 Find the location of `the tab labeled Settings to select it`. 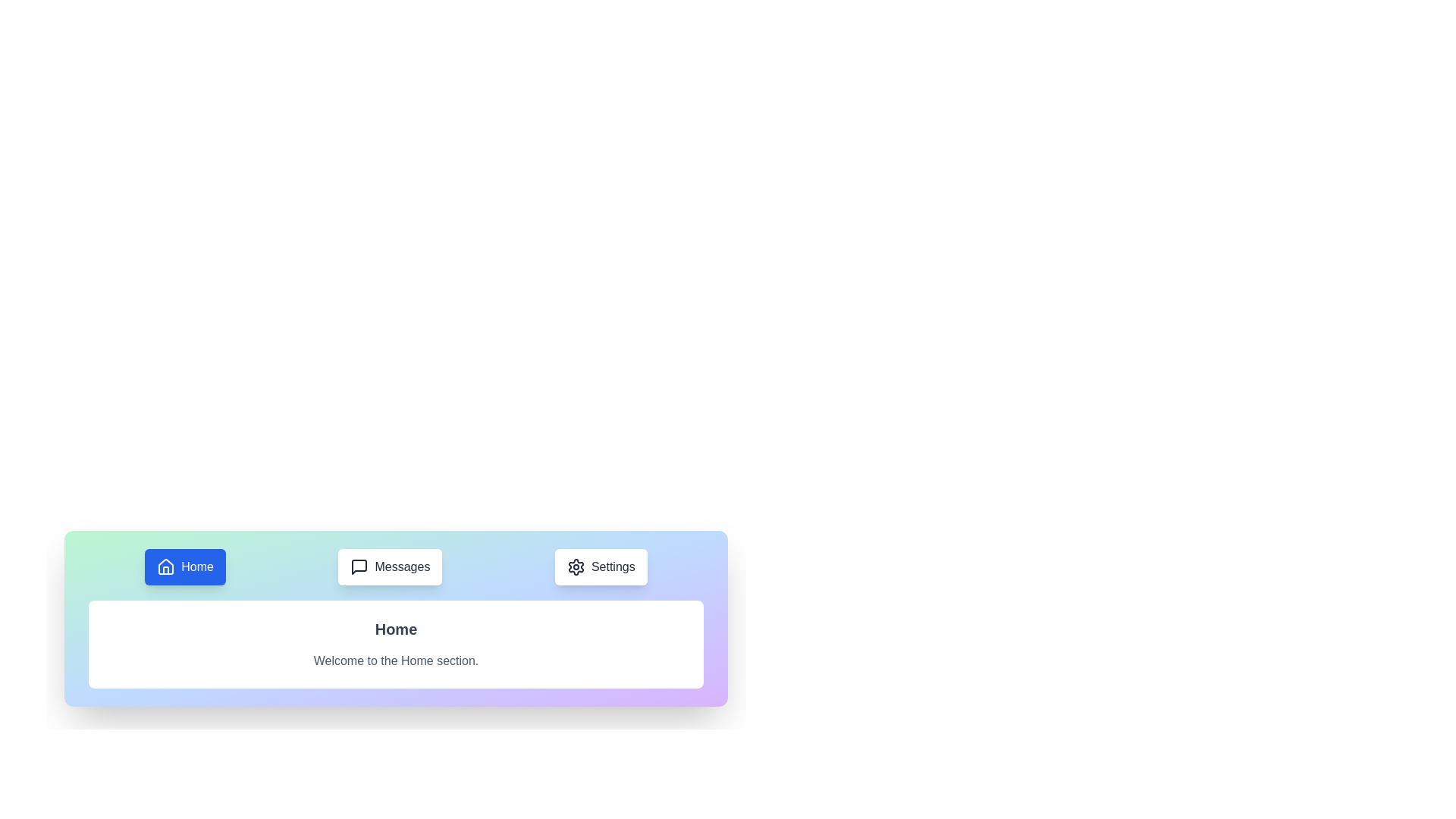

the tab labeled Settings to select it is located at coordinates (600, 567).